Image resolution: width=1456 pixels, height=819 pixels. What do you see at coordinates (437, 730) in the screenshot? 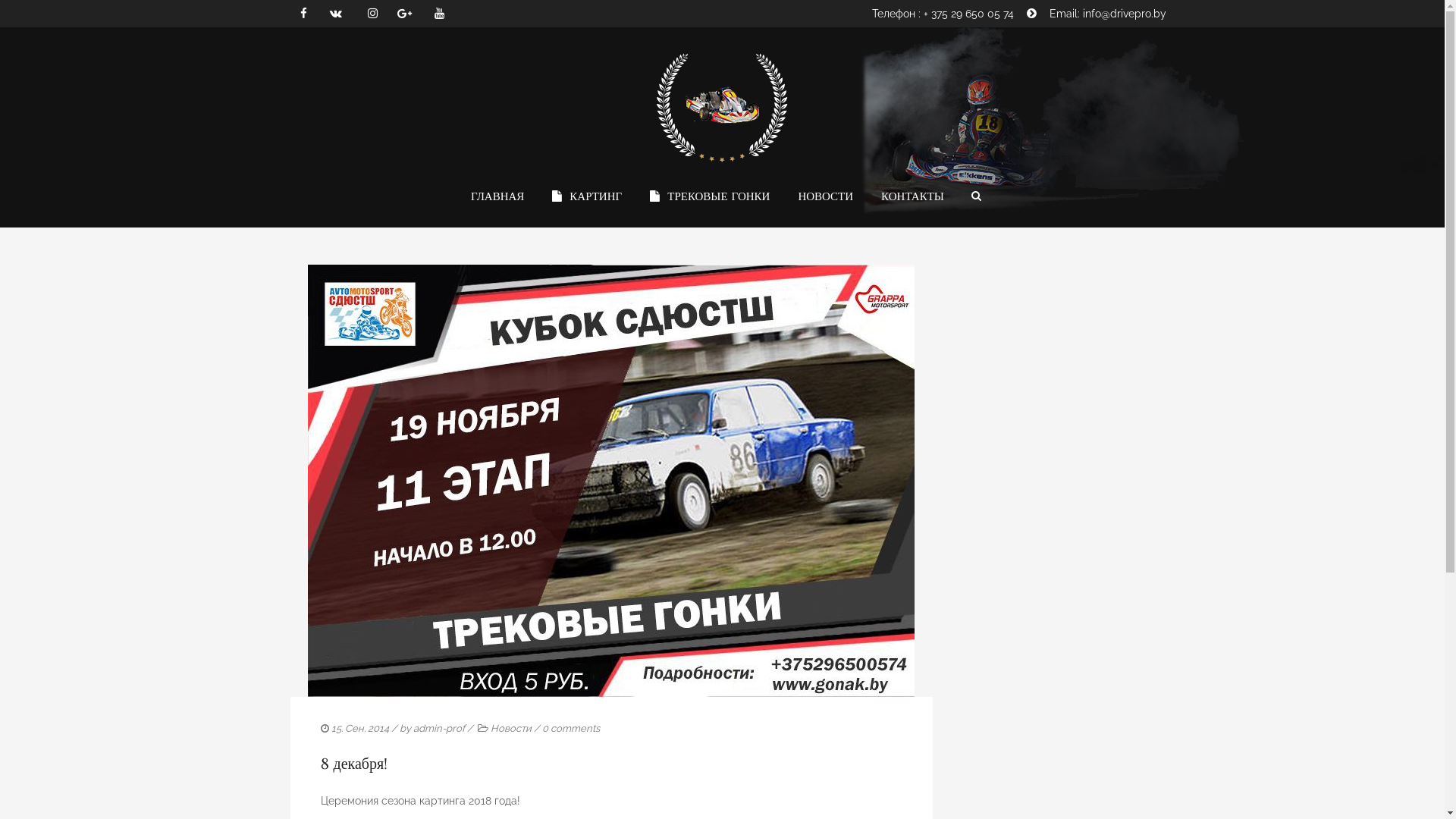
I see `'admin-prof'` at bounding box center [437, 730].